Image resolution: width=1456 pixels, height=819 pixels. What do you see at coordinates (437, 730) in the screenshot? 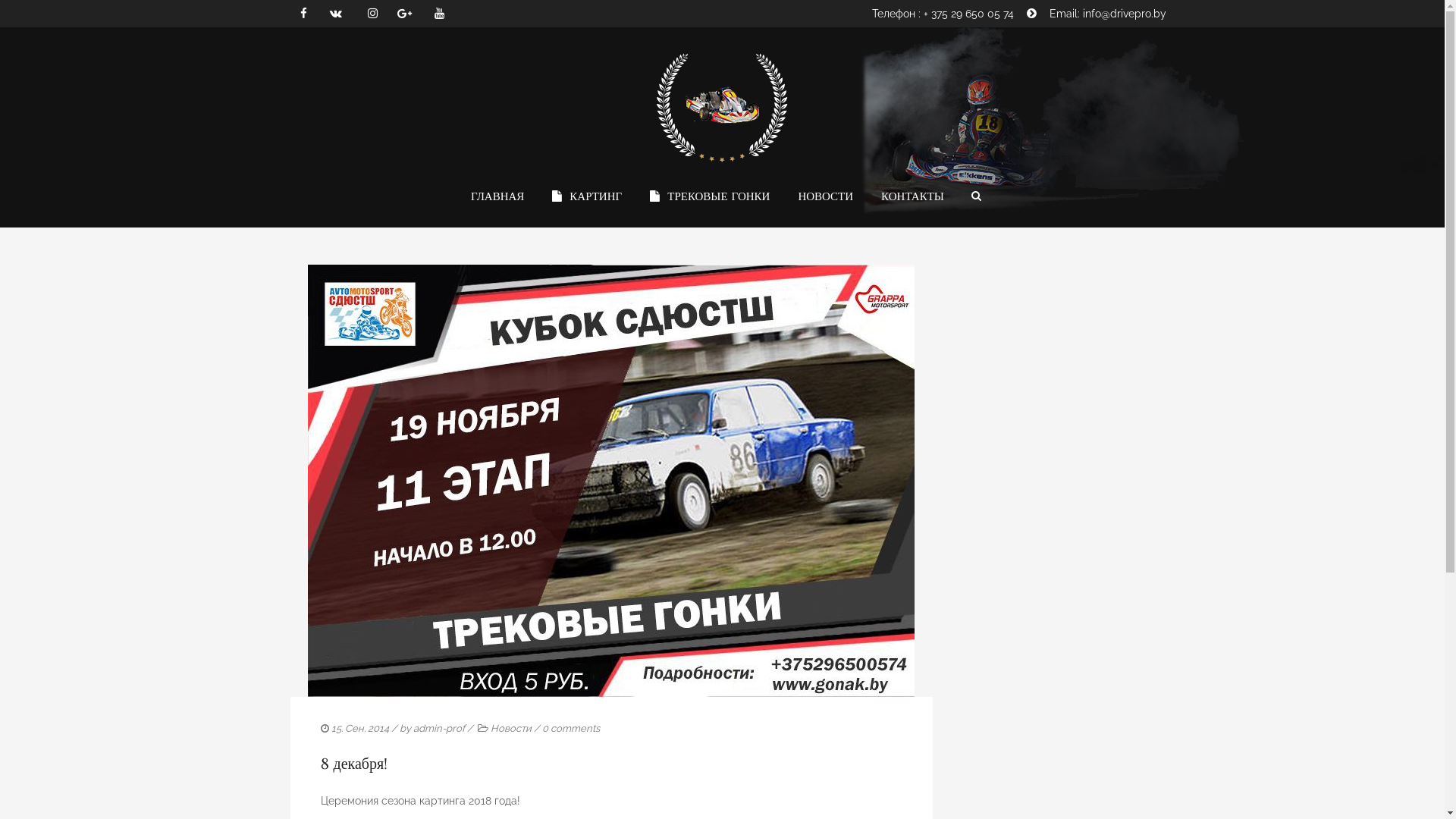
I see `'admin-prof'` at bounding box center [437, 730].